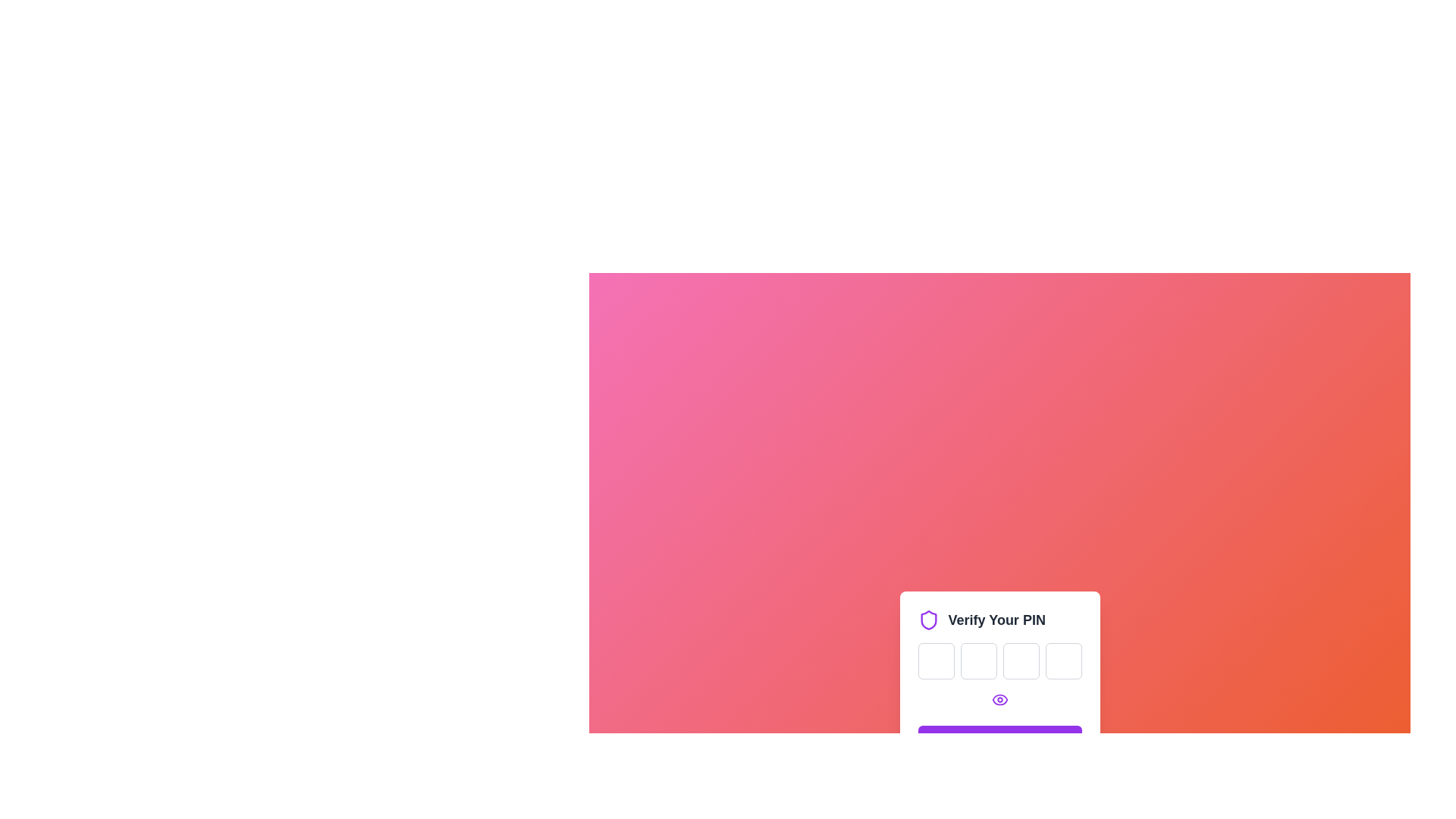  I want to click on the text label reading 'Verify Your PIN', which is styled in large bold dark gray font and positioned next to a purple shield icon, so click(996, 620).